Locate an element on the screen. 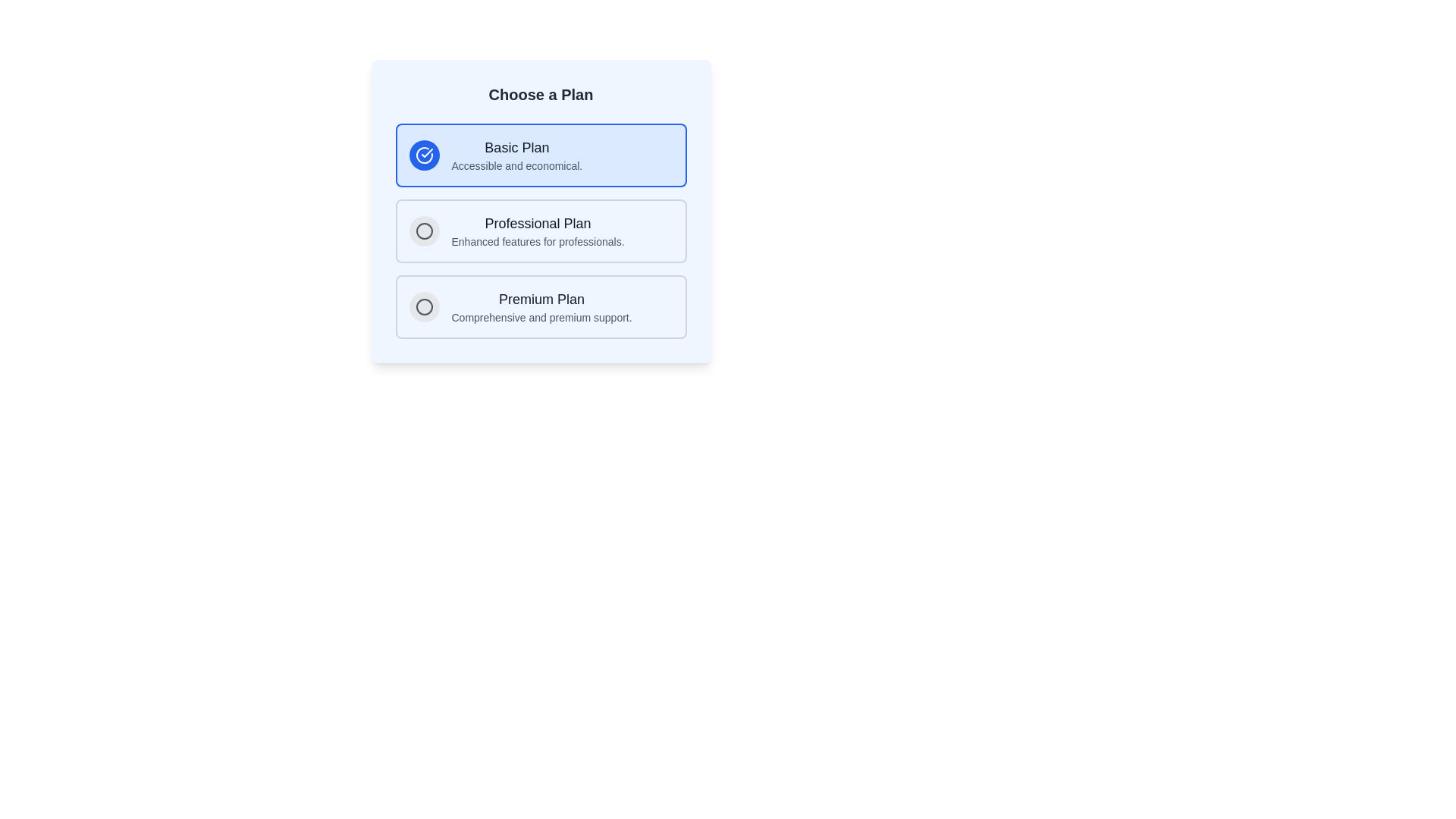  the first circular icon in the top-left corner of the 'Basic Plan' option on the 'Choose a Plan' page, which serves as a visual marker or status indicator for selection or activation of the 'Basic Plan' is located at coordinates (424, 307).